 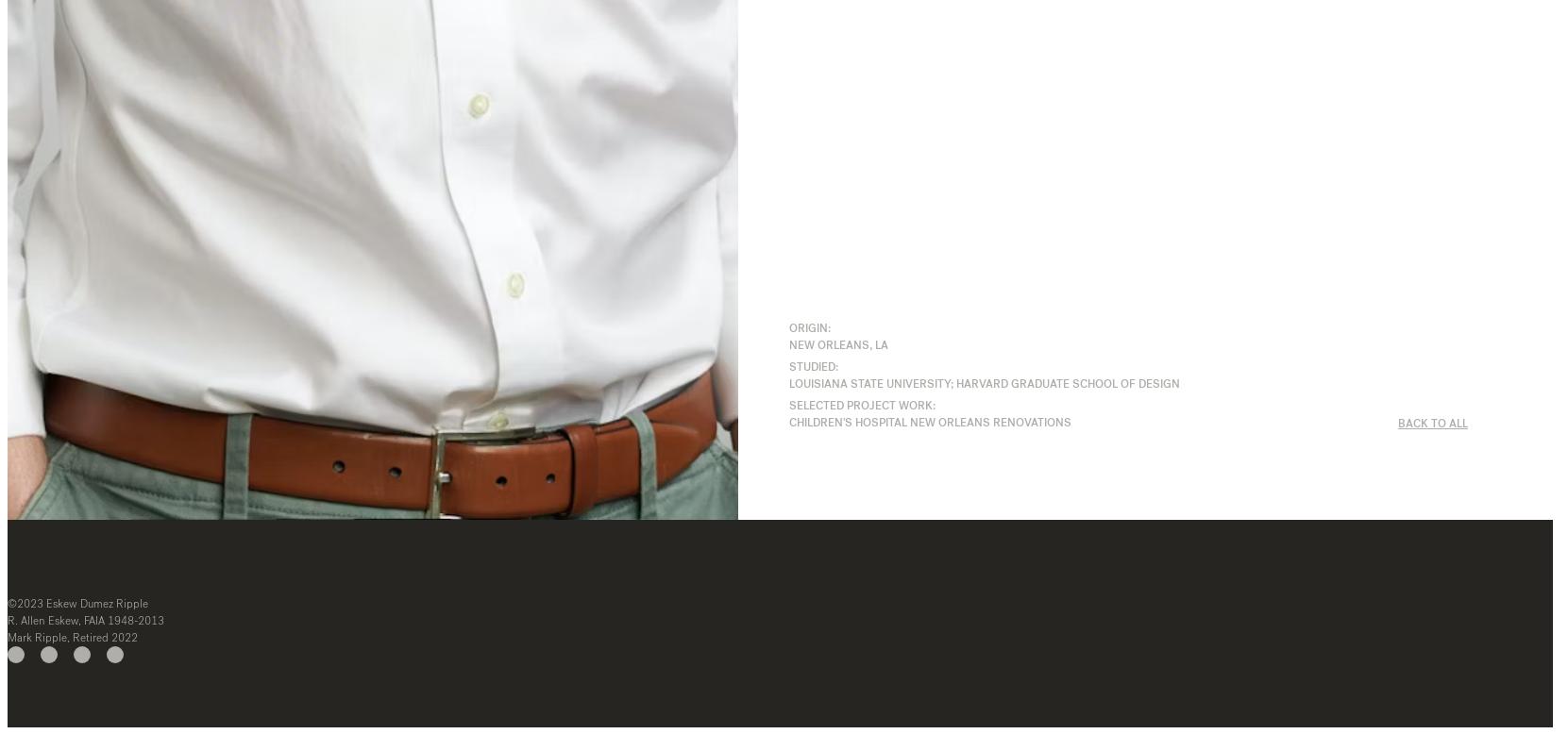 I want to click on 'Children's Hospital New Orleans Renovations', so click(x=928, y=422).